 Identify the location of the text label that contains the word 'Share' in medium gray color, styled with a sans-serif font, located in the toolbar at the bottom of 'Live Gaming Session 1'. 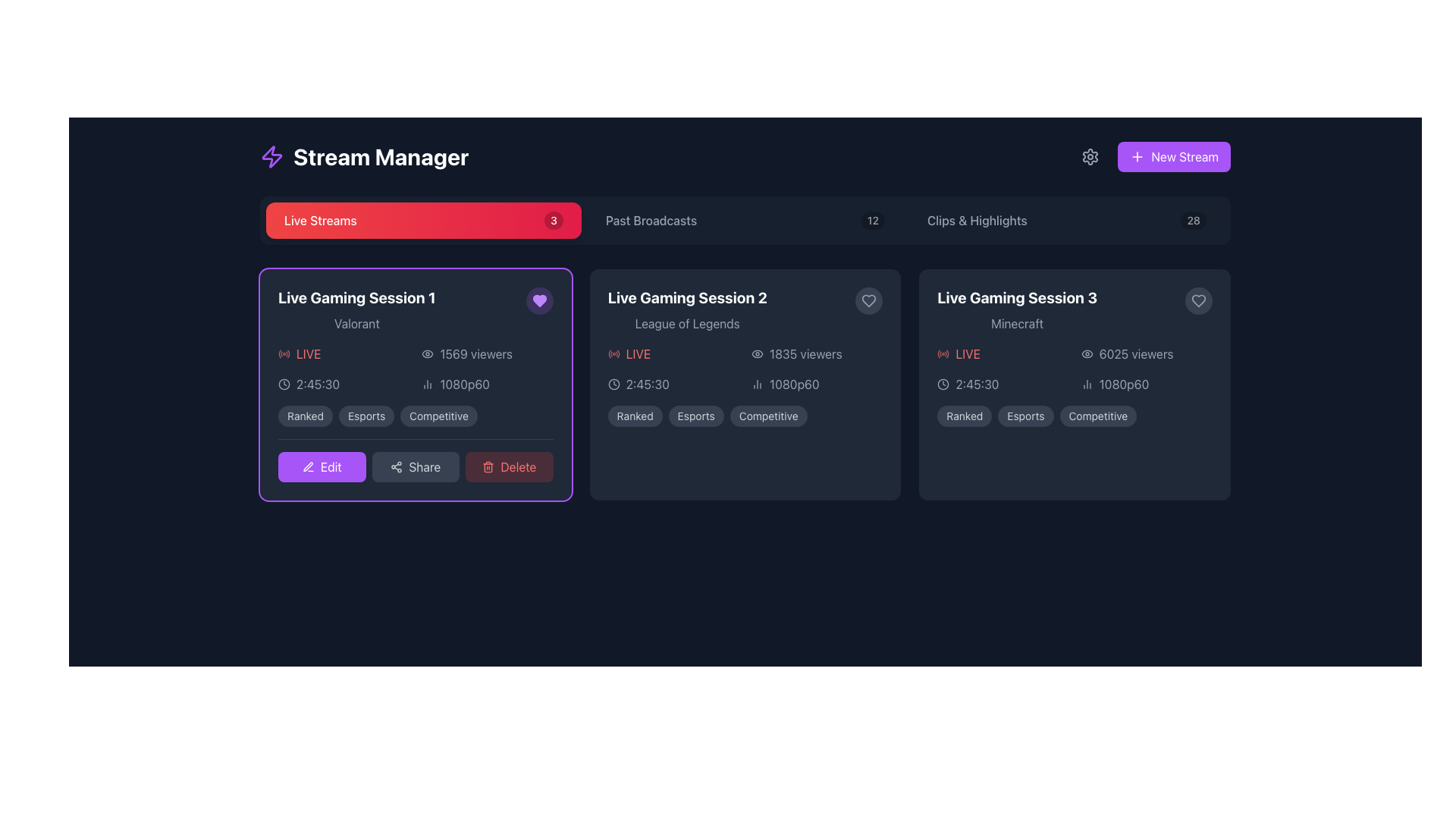
(425, 466).